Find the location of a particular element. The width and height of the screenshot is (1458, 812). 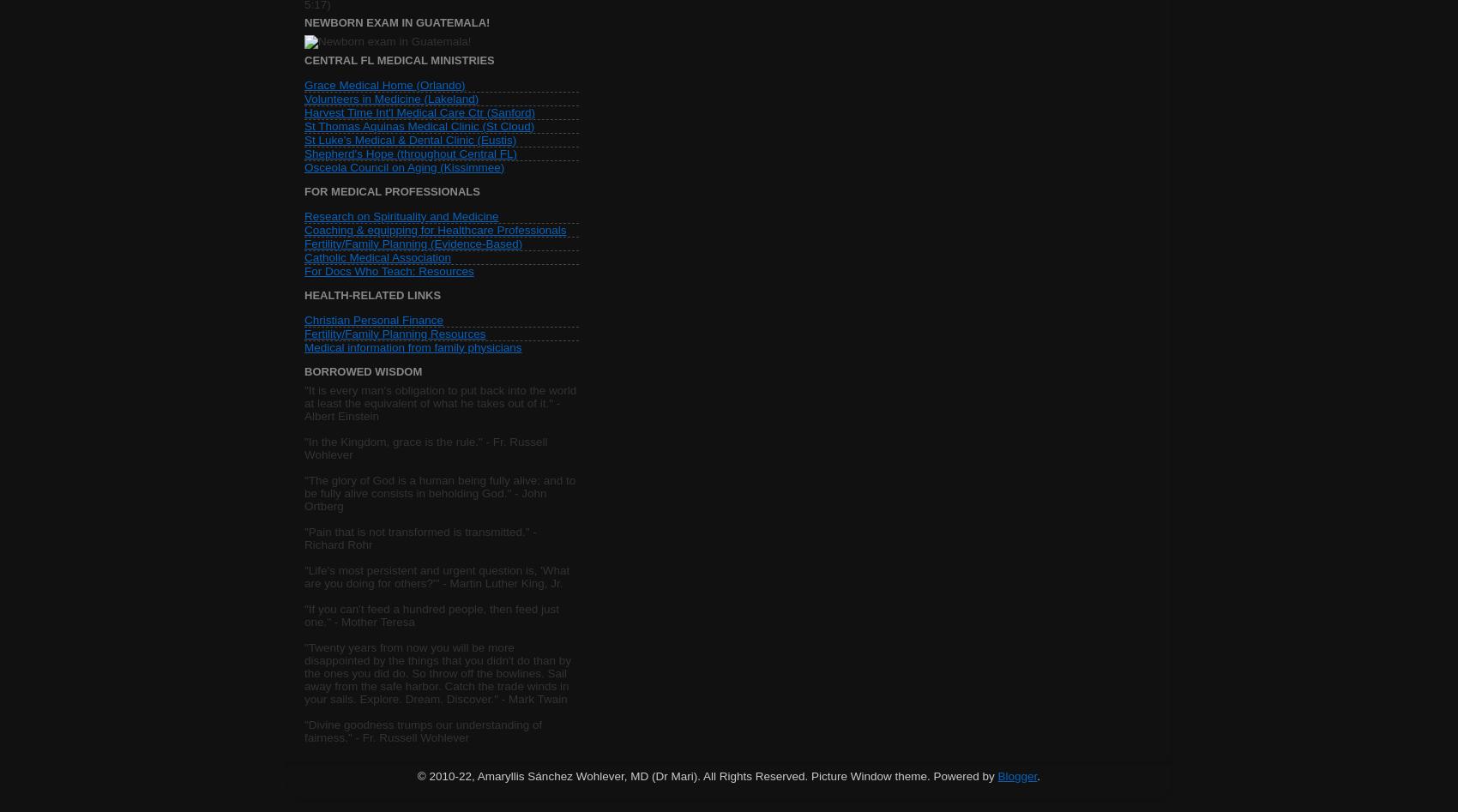

'Grace Medical Home (Orlando)' is located at coordinates (303, 83).